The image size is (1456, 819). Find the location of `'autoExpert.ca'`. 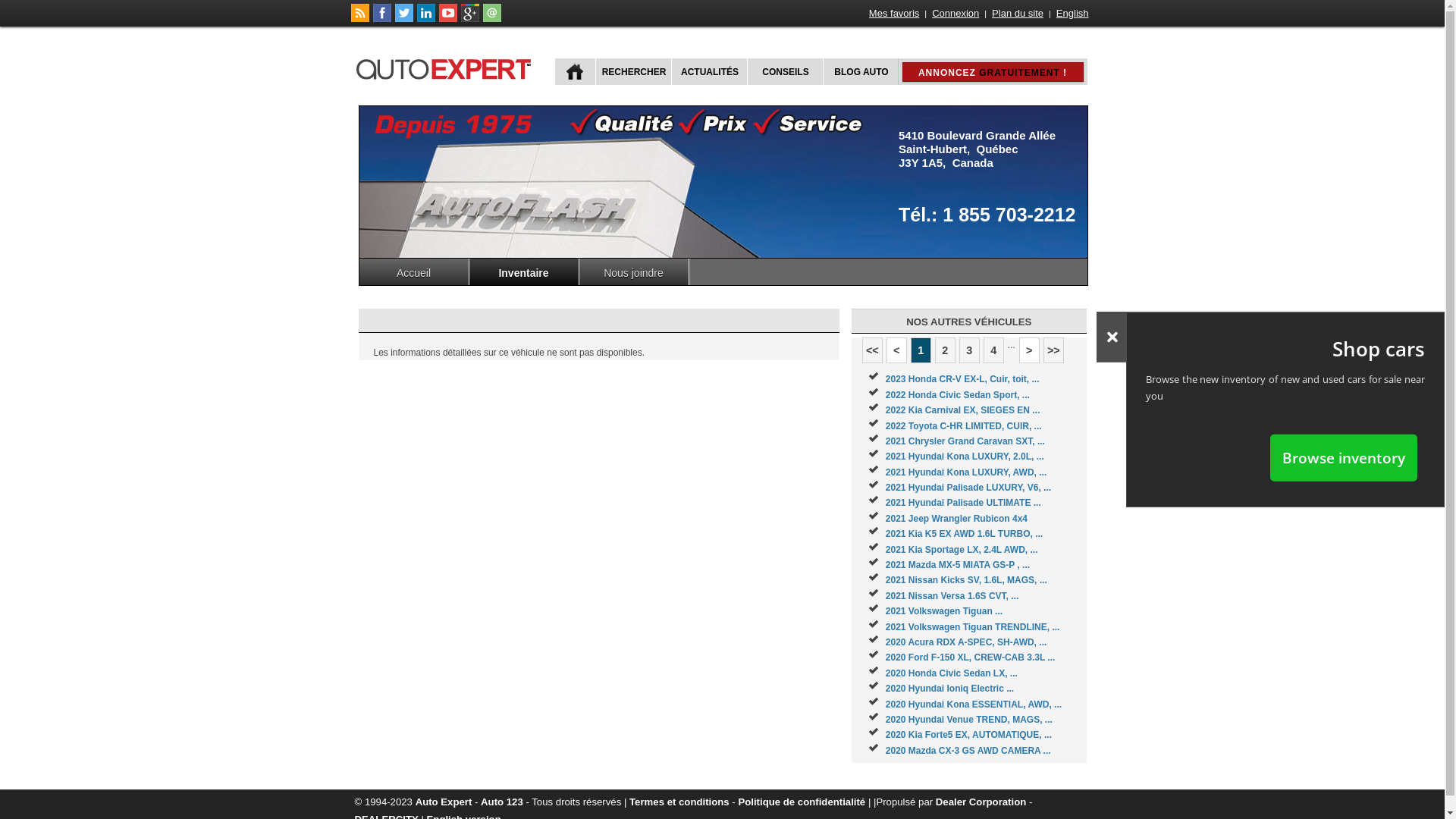

'autoExpert.ca' is located at coordinates (446, 66).